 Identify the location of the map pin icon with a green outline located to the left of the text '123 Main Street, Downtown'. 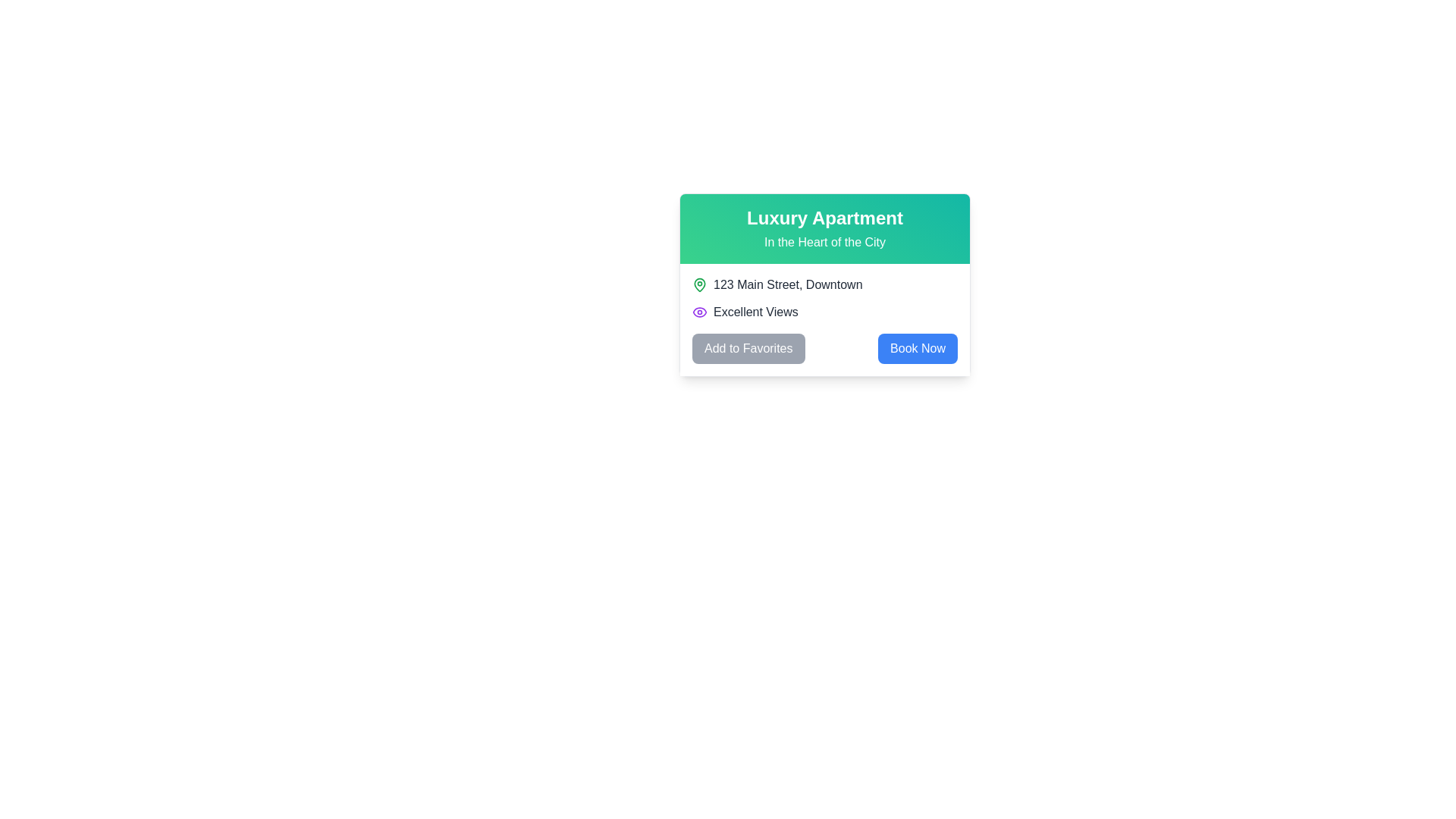
(698, 284).